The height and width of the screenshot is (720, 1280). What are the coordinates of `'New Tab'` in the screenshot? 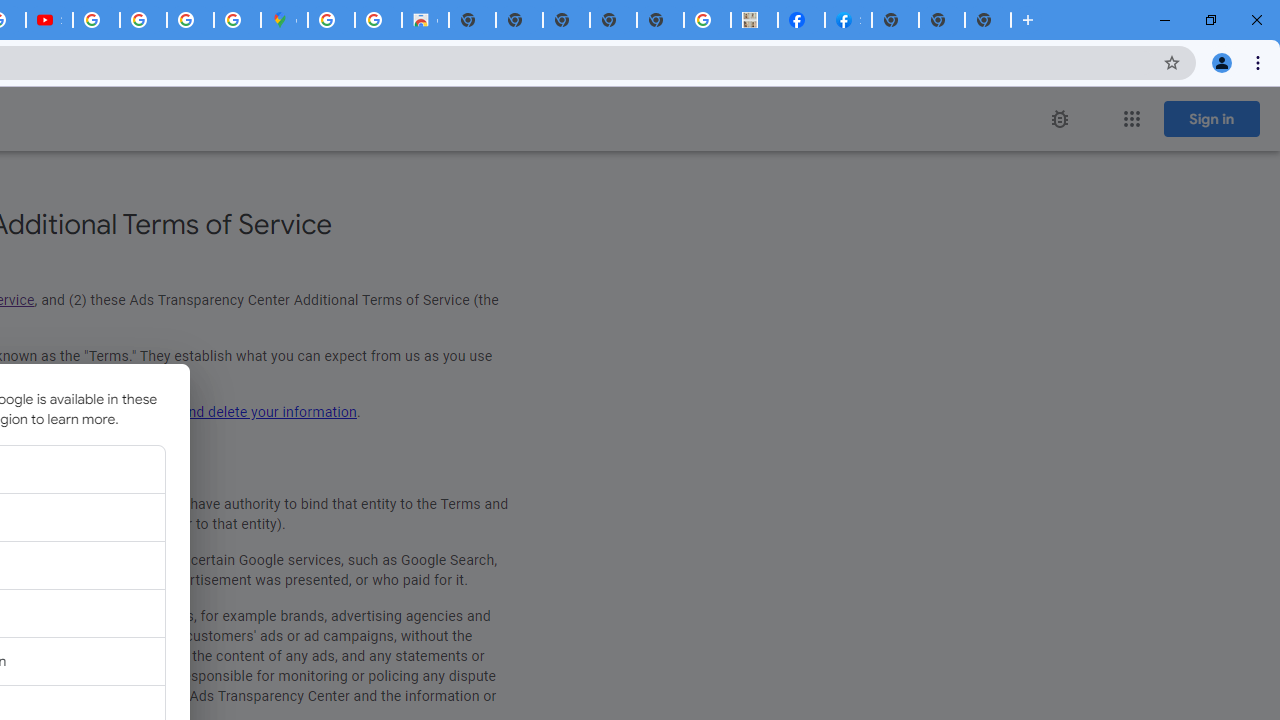 It's located at (988, 20).